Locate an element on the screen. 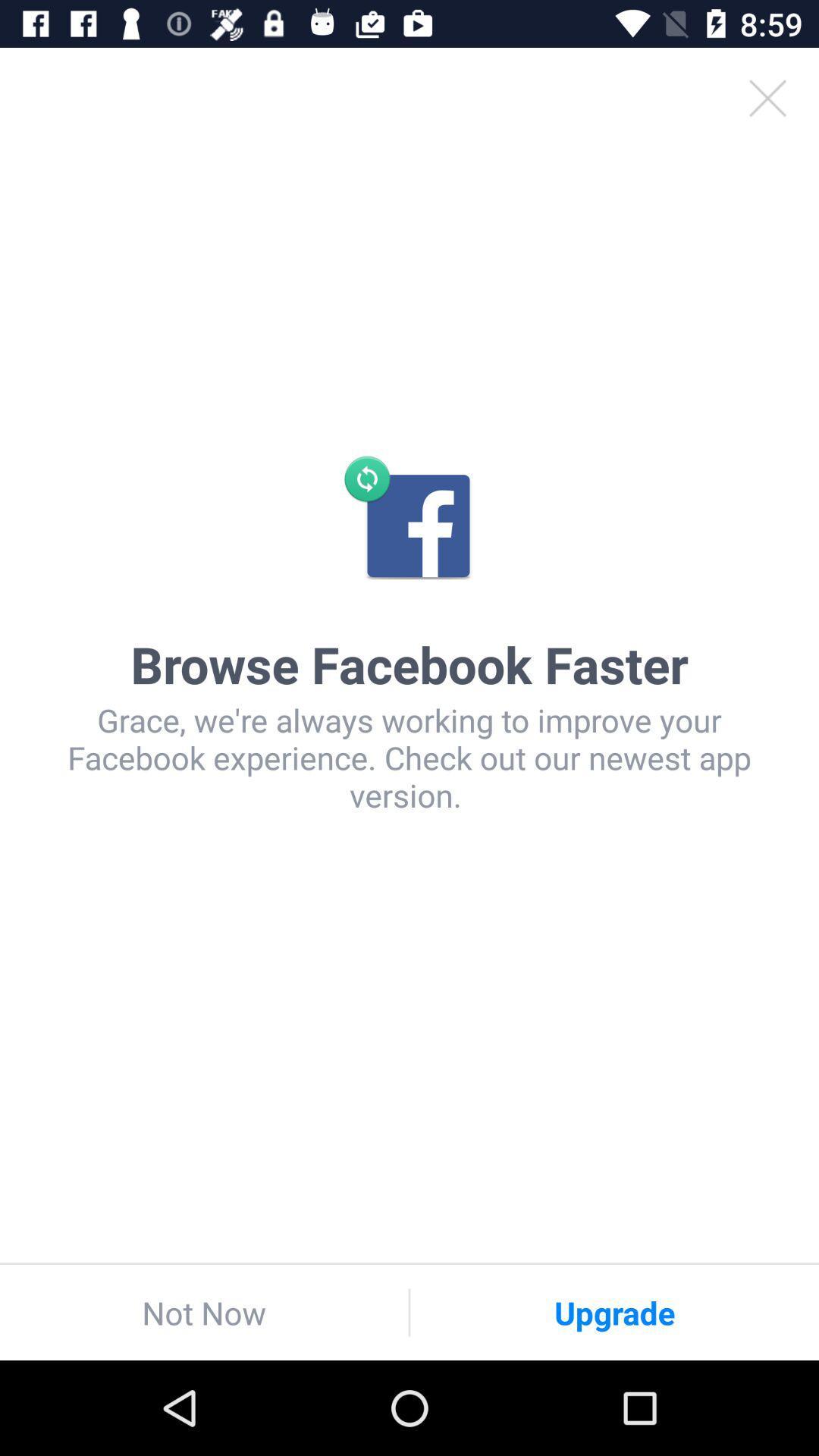  the close icon is located at coordinates (767, 98).